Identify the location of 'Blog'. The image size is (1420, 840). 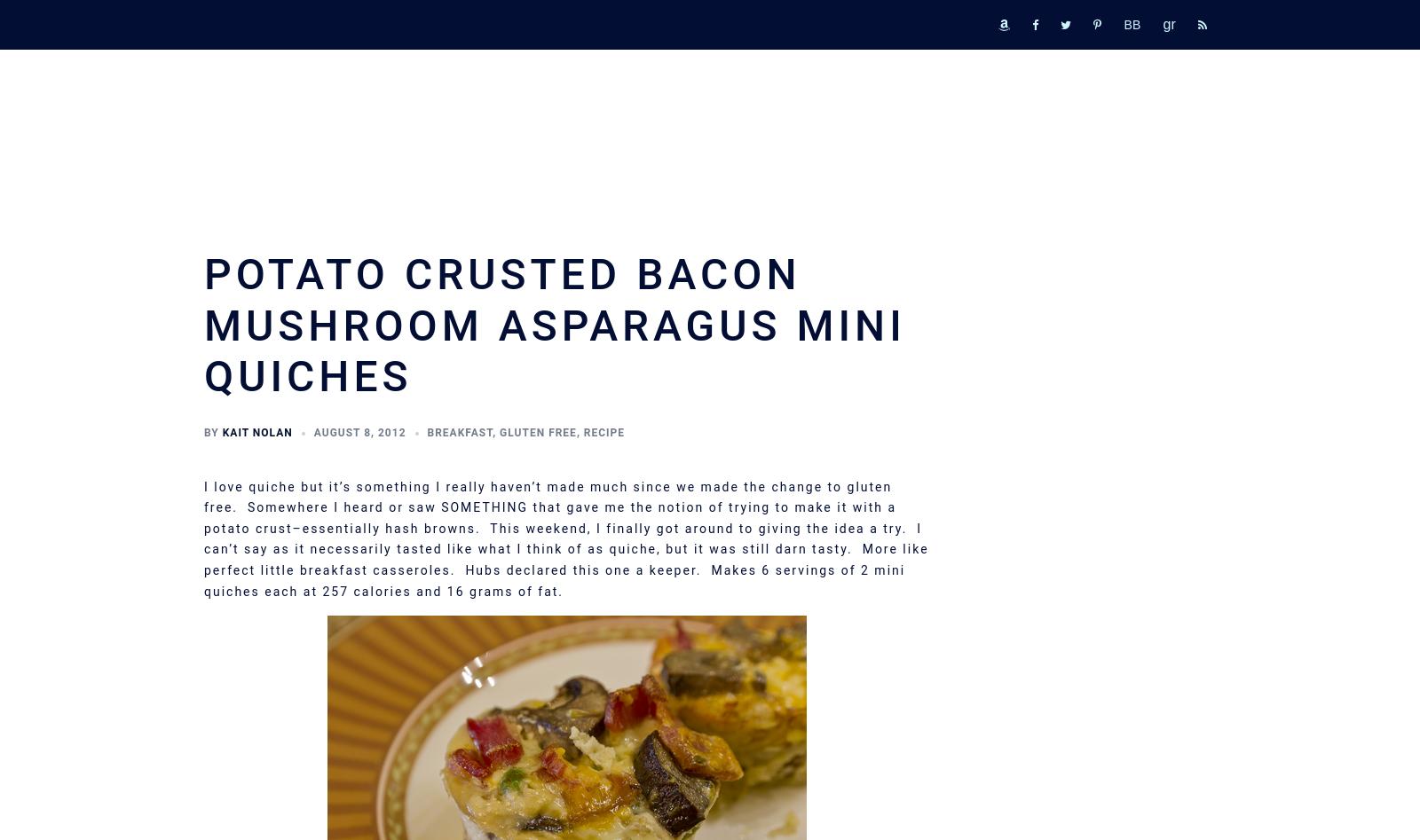
(980, 452).